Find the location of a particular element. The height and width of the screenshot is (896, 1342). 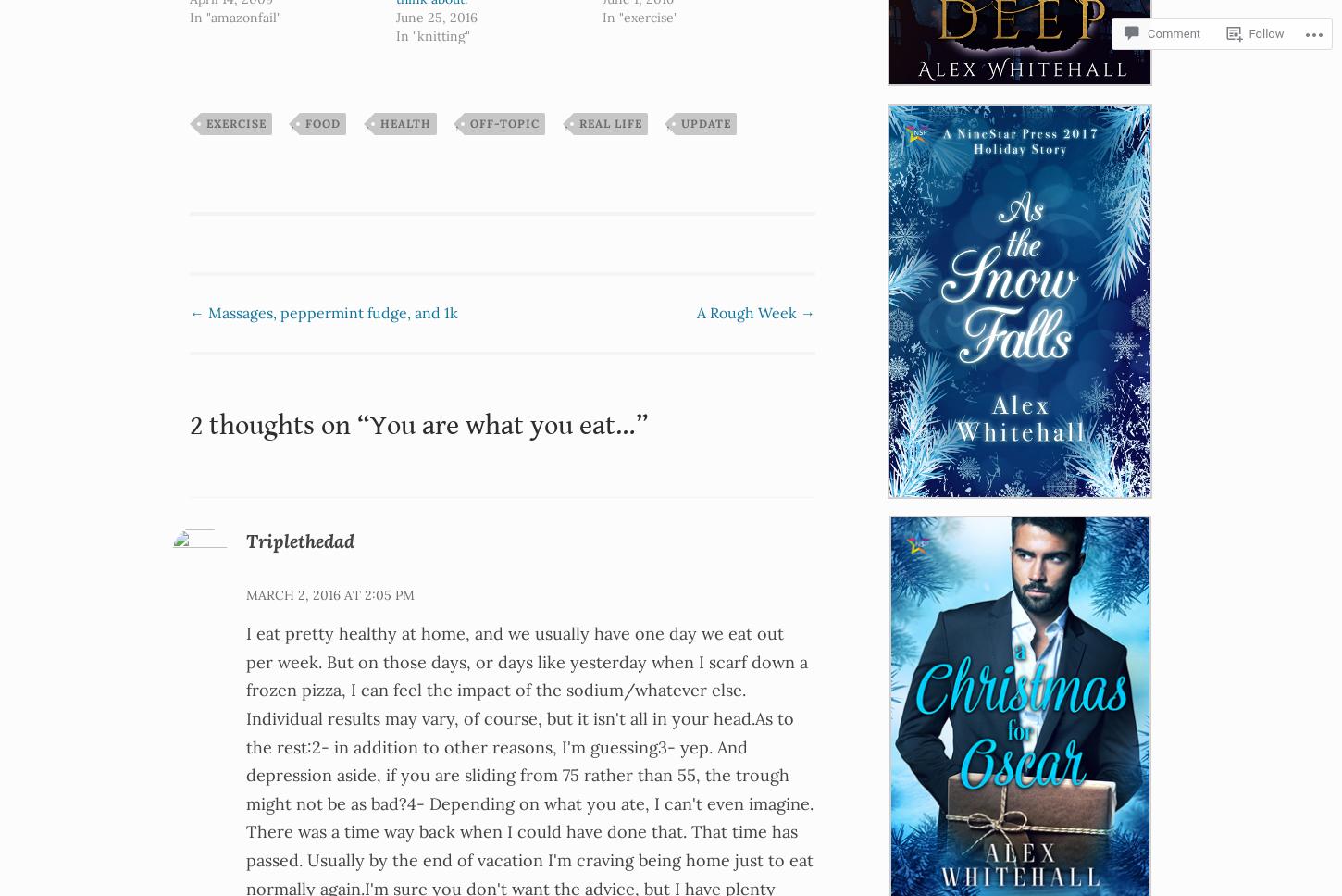

'March 2, 2016 at 2:05 pm' is located at coordinates (329, 594).